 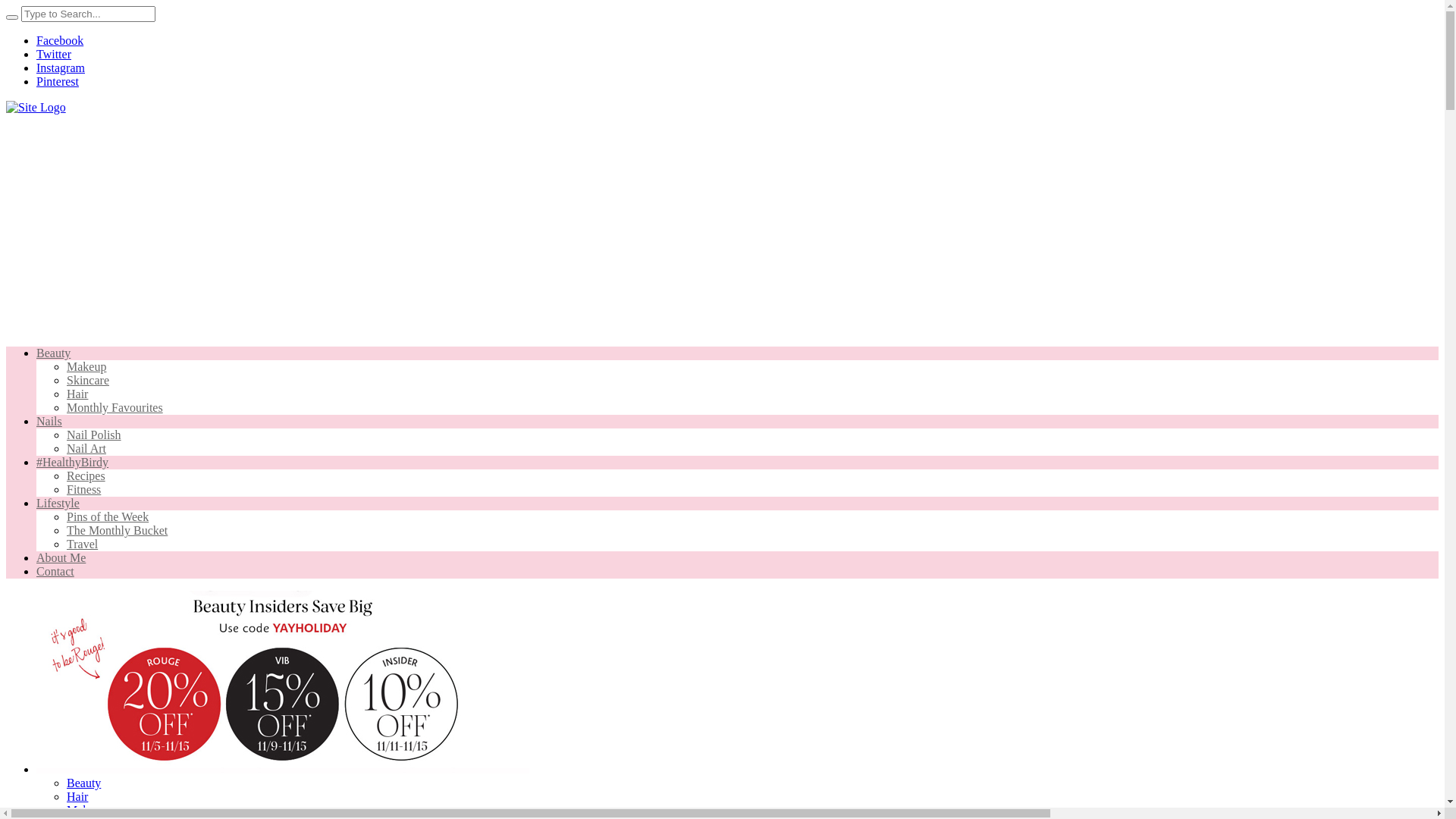 What do you see at coordinates (61, 67) in the screenshot?
I see `'Instagram'` at bounding box center [61, 67].